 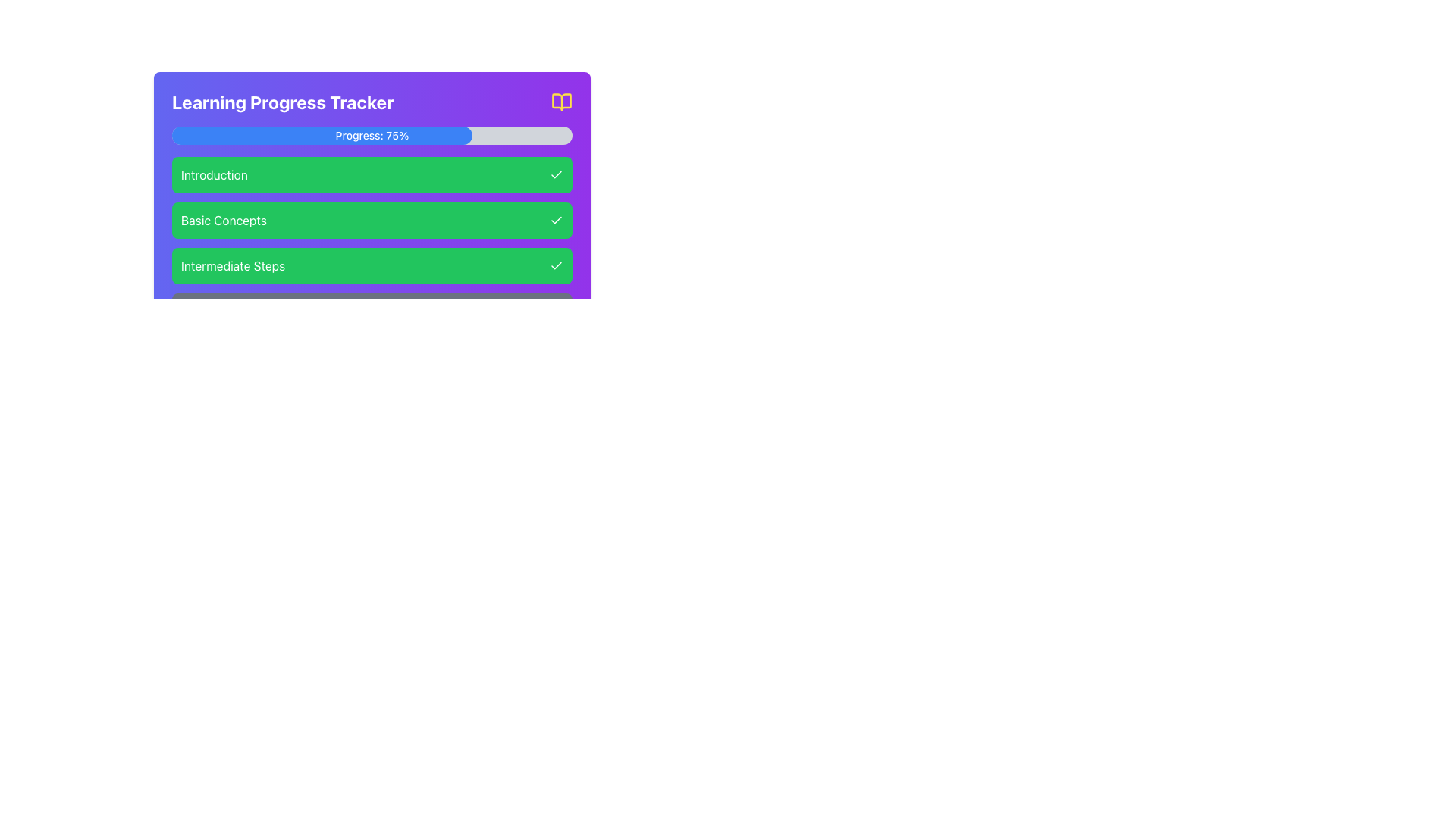 What do you see at coordinates (372, 242) in the screenshot?
I see `the vertical stack of sections labeled 'Introduction', 'Basic Concepts', 'Intermediate Steps', and 'Advanced Techniques' with a green background and rounded edges within the 'Learning Progress Tracker'` at bounding box center [372, 242].